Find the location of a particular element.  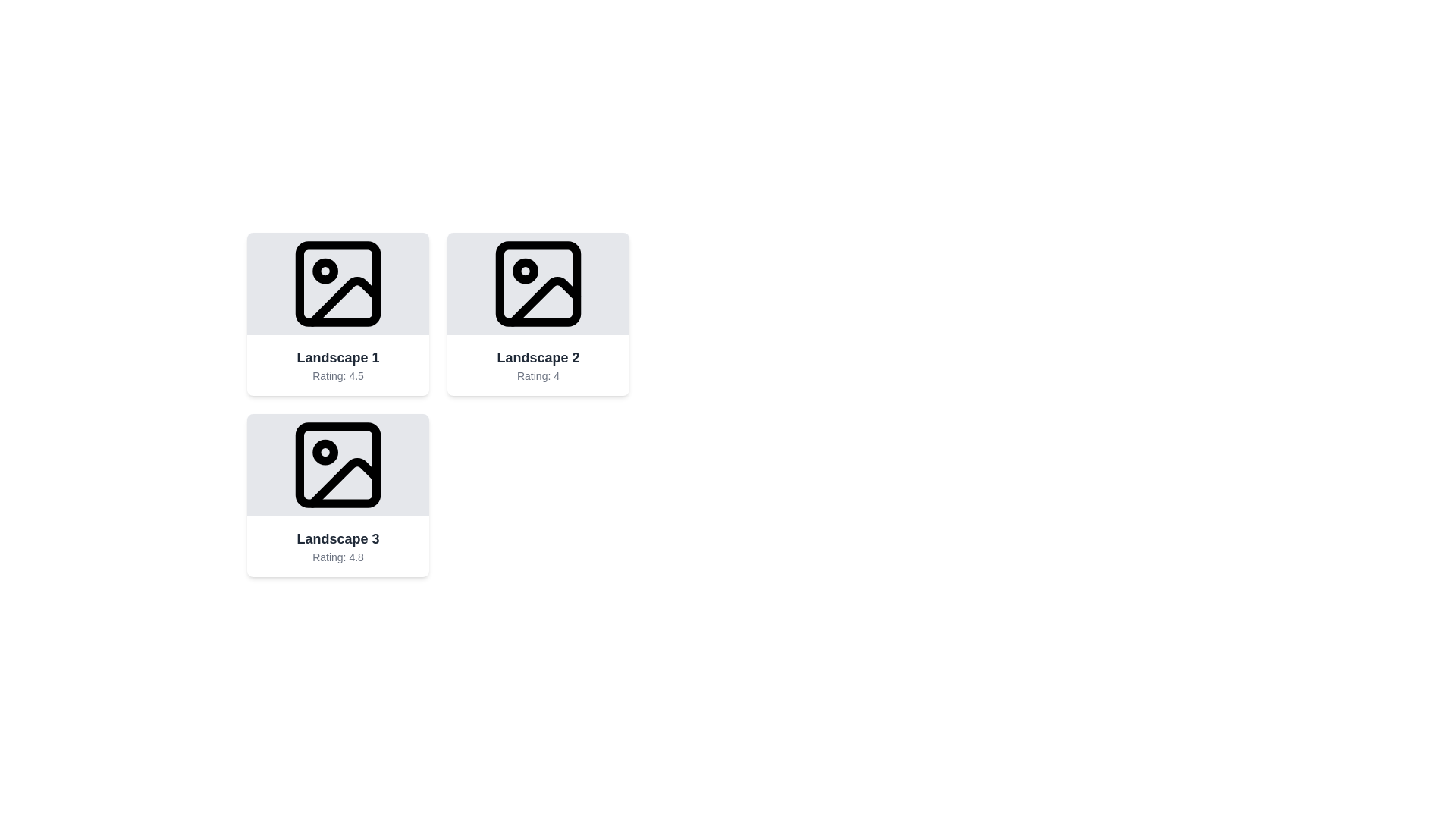

the text label displaying 'Landscape 1' to focus it, which is styled in a larger bold font and located in the first card of a grid layout is located at coordinates (337, 357).